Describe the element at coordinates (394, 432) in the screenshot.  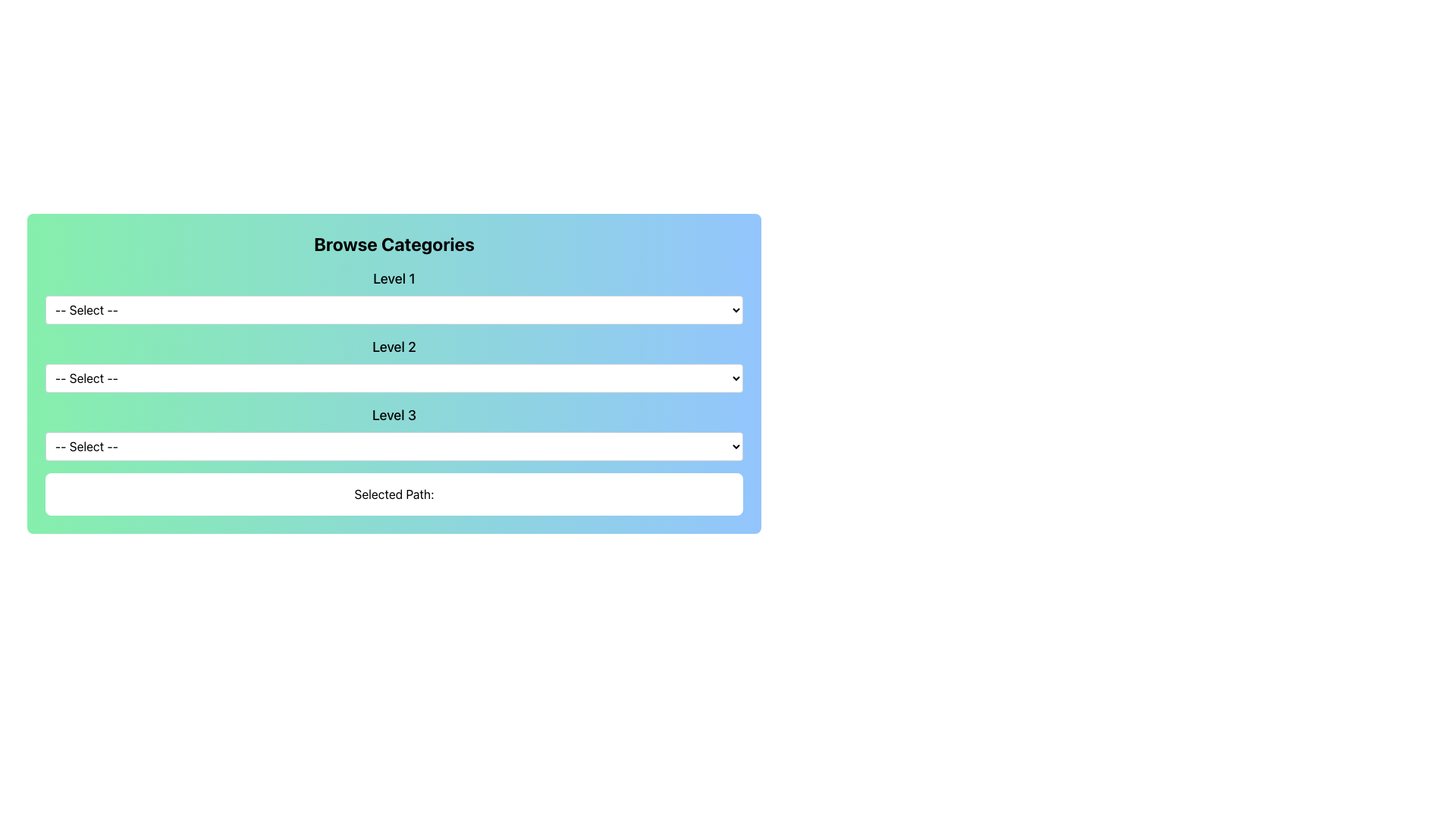
I see `the Dropdown menu for 'Level 3'` at that location.